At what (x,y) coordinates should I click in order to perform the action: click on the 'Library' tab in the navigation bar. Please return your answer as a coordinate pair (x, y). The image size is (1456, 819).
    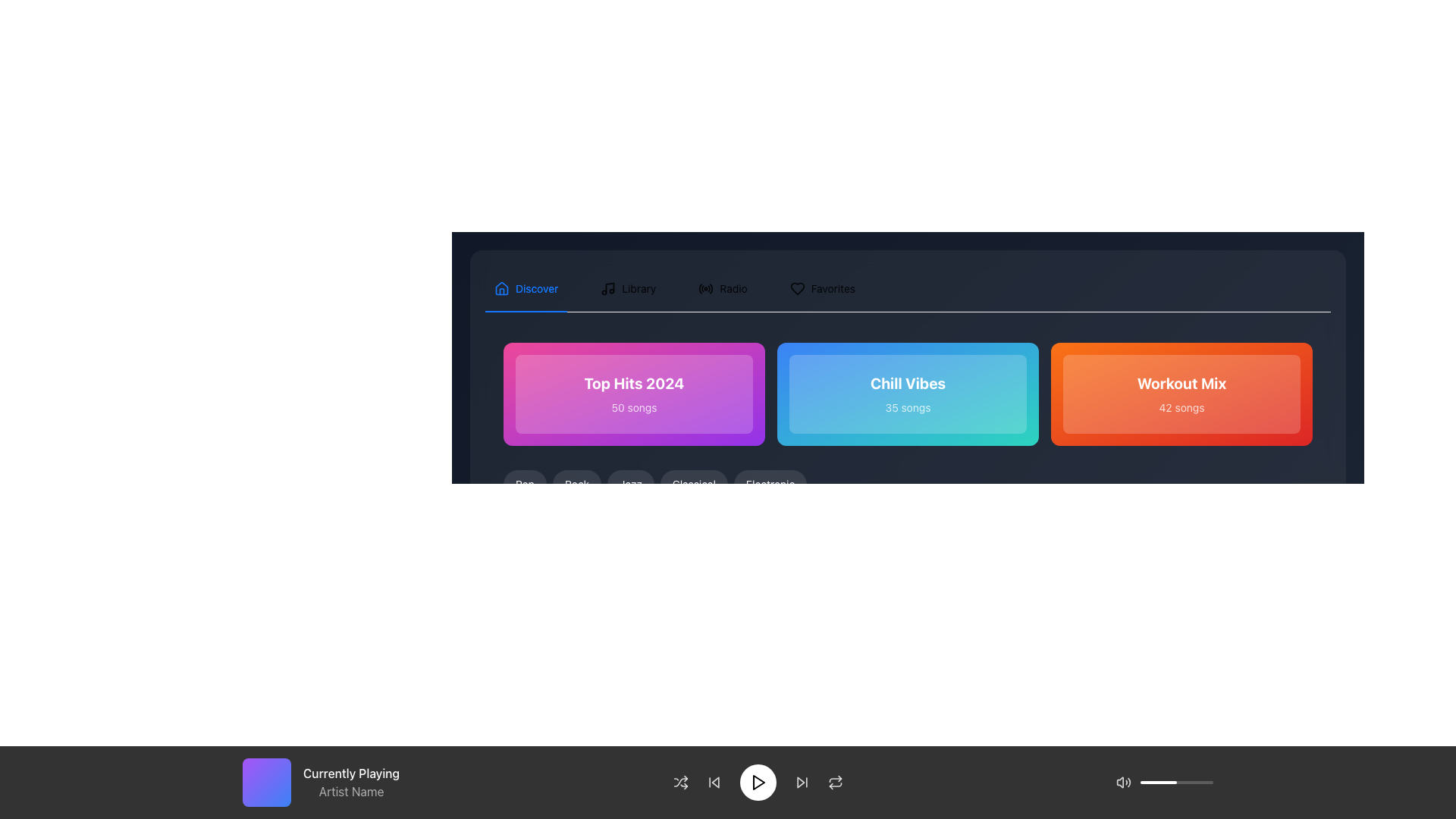
    Looking at the image, I should click on (628, 289).